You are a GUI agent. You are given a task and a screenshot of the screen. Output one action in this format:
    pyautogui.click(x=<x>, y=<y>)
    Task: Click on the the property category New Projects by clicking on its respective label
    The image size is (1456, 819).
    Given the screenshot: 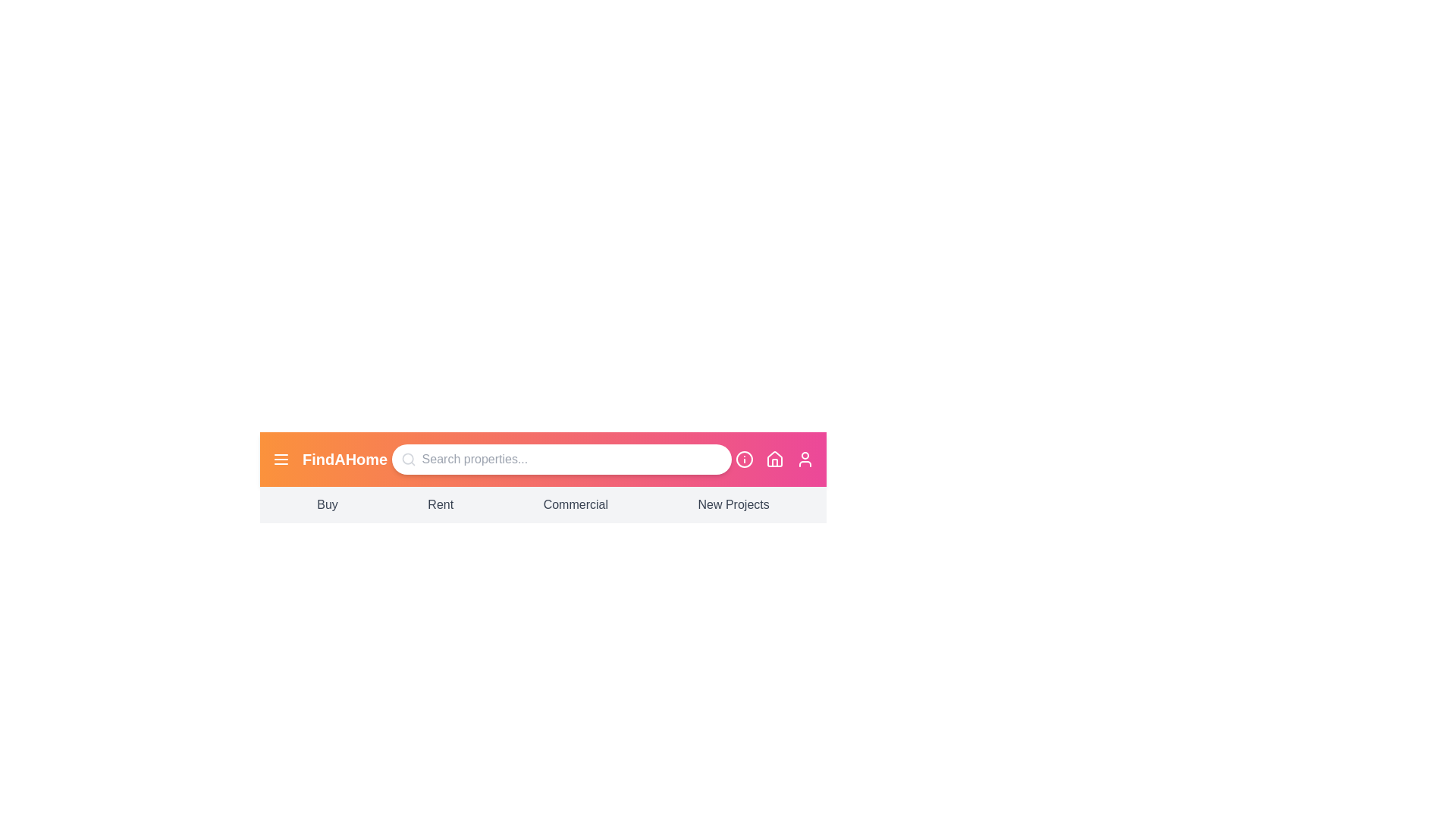 What is the action you would take?
    pyautogui.click(x=733, y=505)
    